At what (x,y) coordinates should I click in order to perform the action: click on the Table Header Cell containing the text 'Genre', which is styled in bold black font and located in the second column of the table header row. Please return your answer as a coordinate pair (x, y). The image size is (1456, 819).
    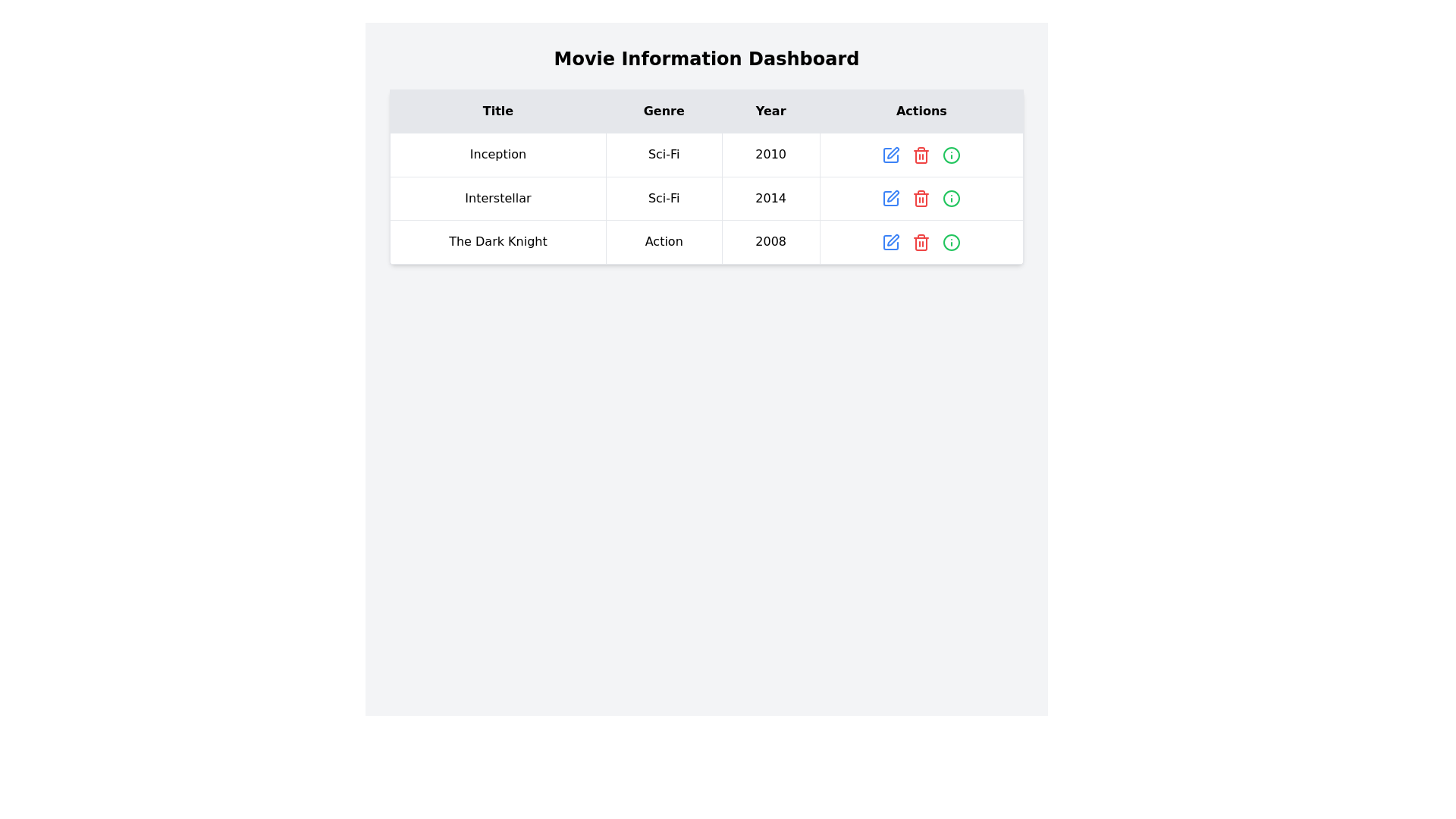
    Looking at the image, I should click on (664, 110).